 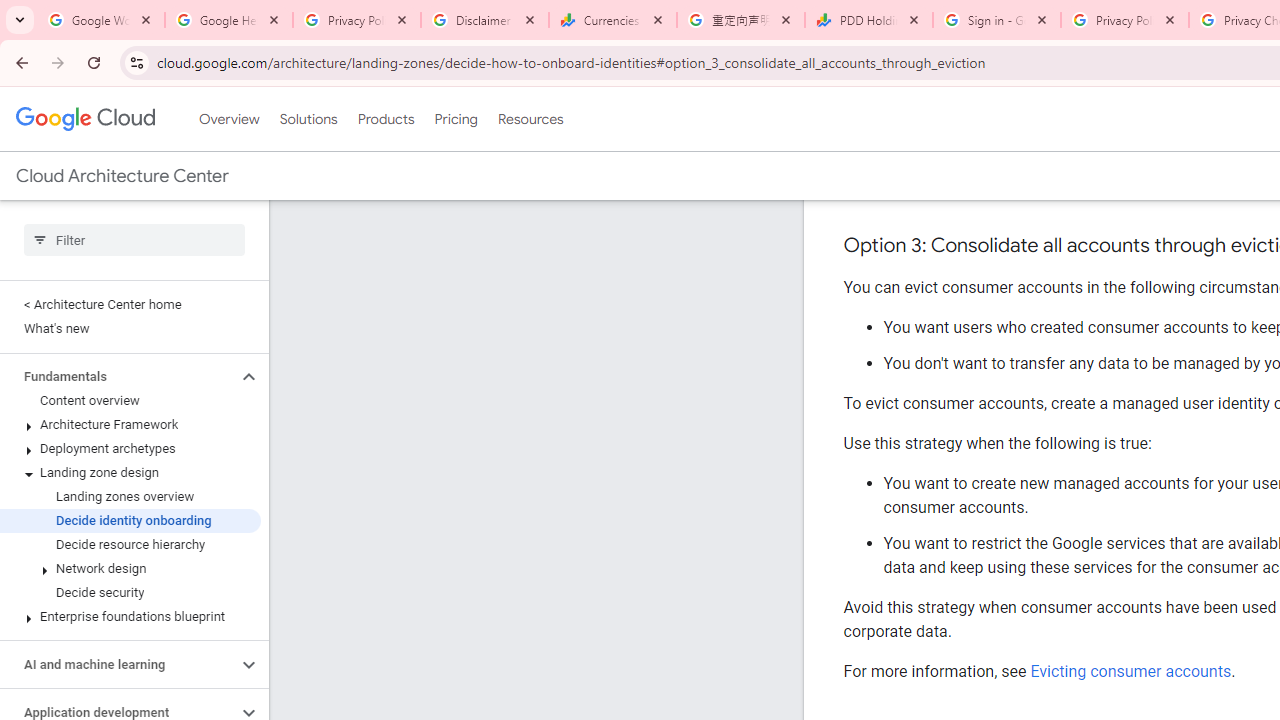 What do you see at coordinates (121, 175) in the screenshot?
I see `'Cloud Architecture Center'` at bounding box center [121, 175].